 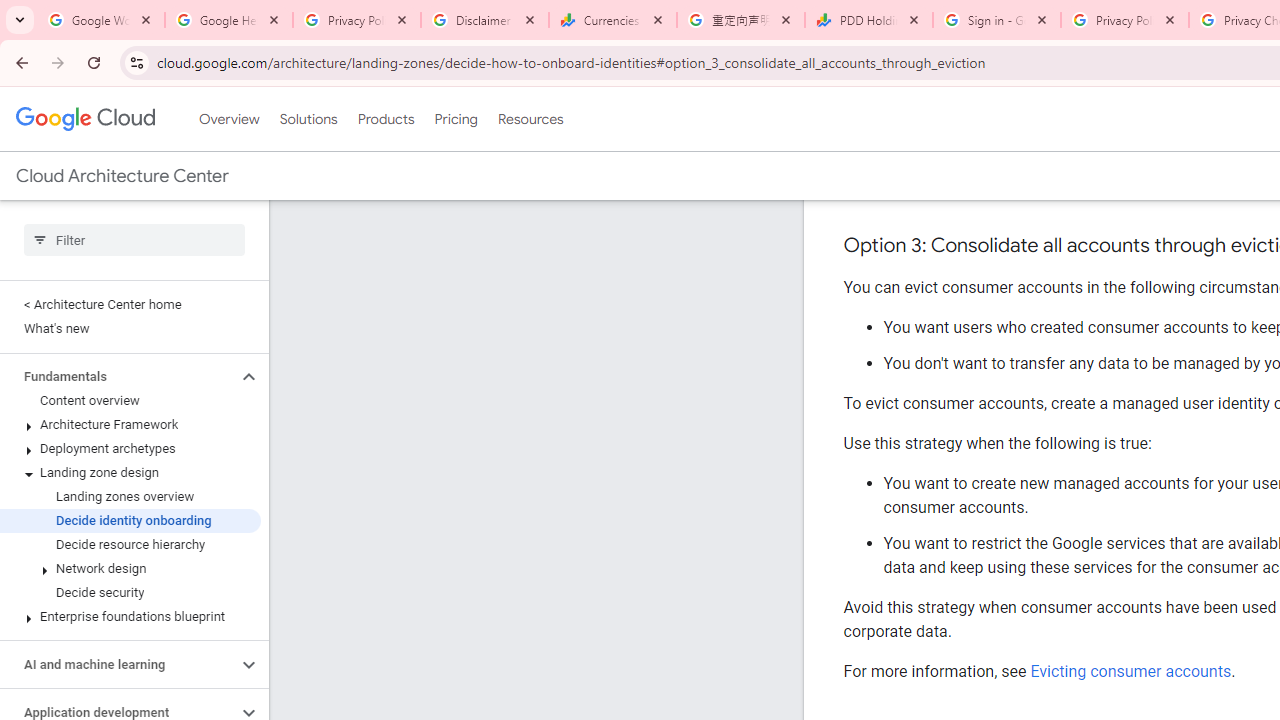 What do you see at coordinates (121, 175) in the screenshot?
I see `'Cloud Architecture Center'` at bounding box center [121, 175].